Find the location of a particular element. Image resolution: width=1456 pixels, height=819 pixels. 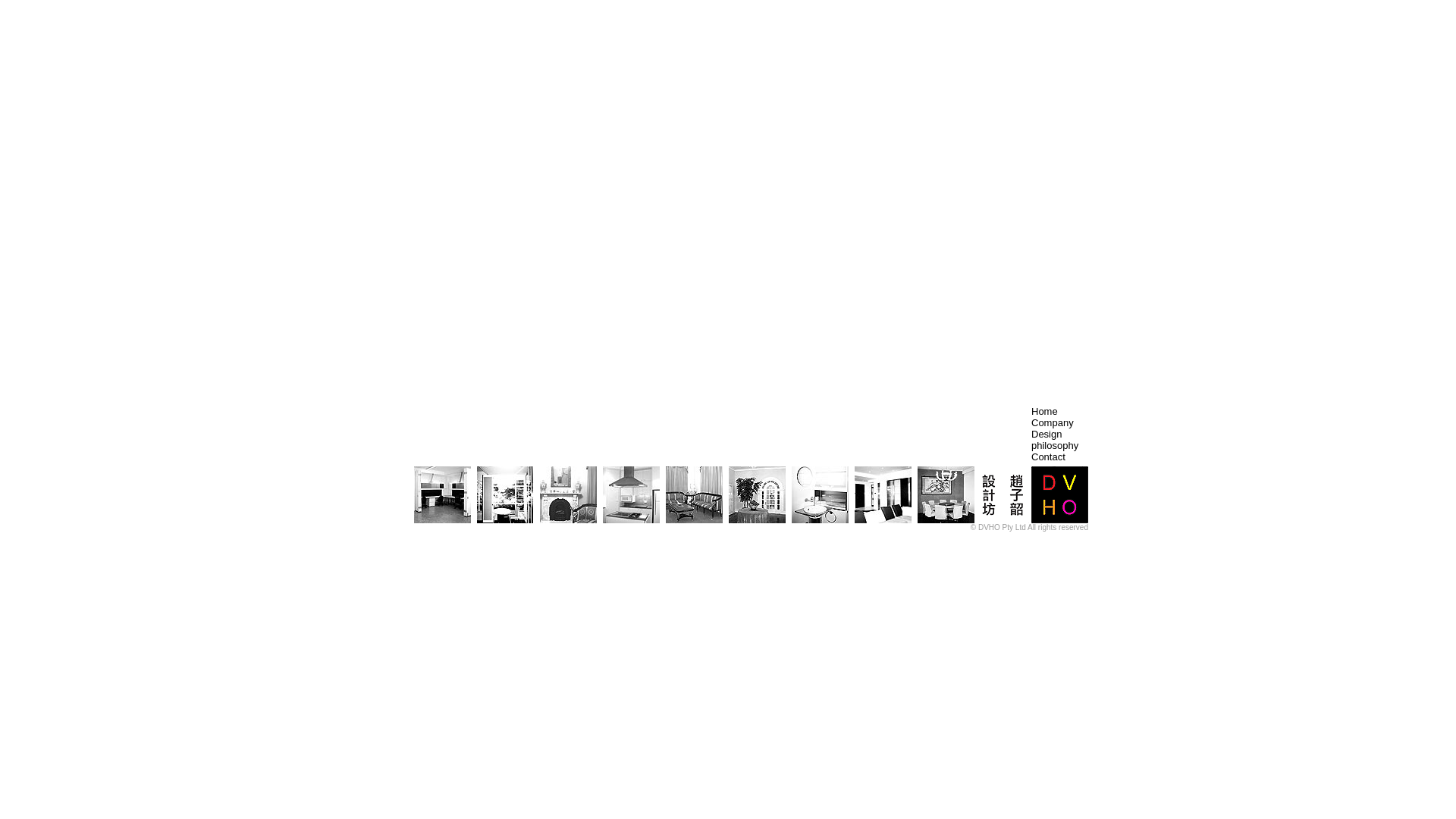

'Design is located at coordinates (1054, 439).